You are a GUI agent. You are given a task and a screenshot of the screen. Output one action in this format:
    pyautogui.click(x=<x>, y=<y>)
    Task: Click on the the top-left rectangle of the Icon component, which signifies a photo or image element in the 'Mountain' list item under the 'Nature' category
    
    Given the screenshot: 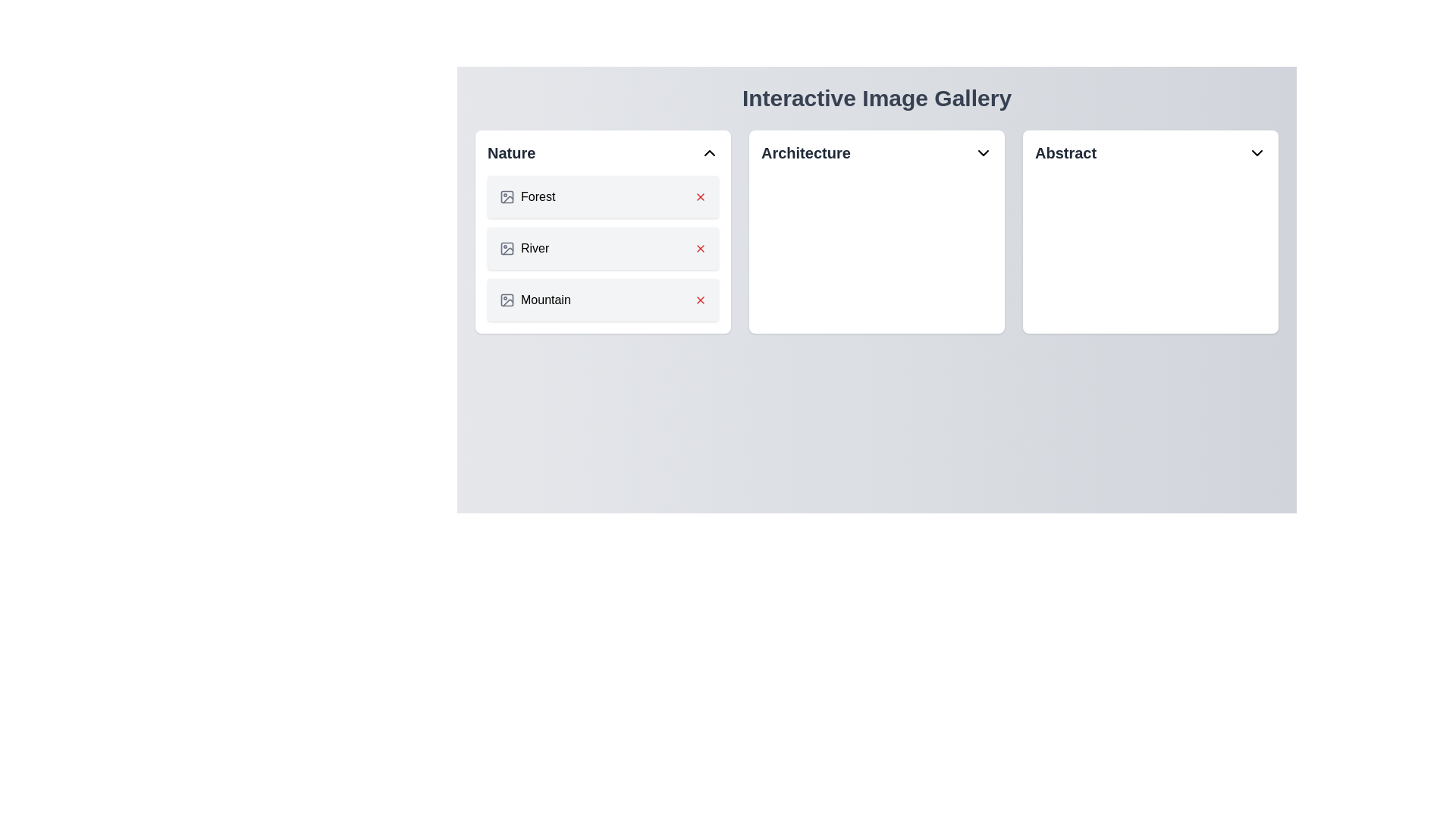 What is the action you would take?
    pyautogui.click(x=507, y=300)
    